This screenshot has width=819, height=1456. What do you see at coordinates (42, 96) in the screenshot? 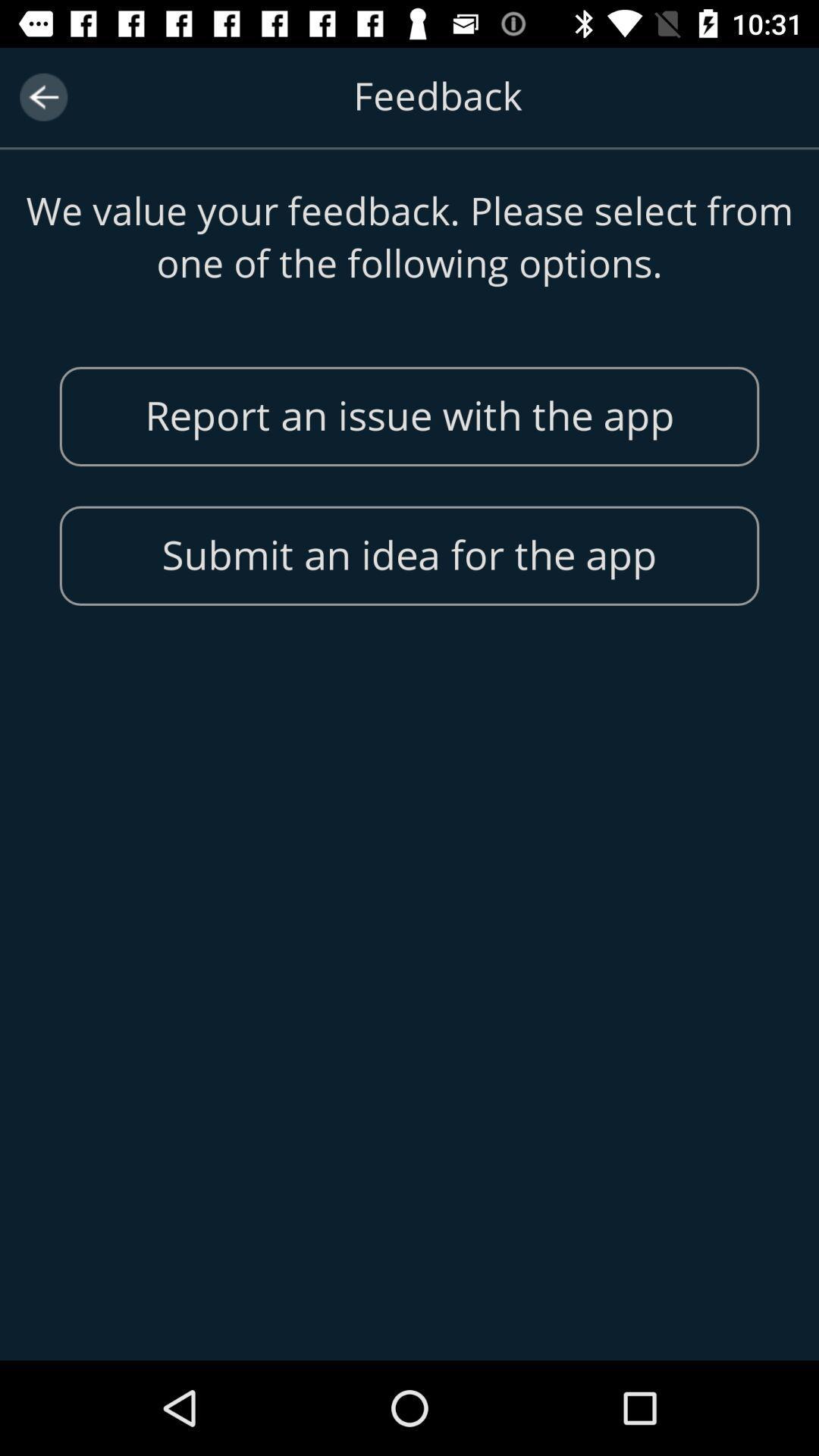
I see `the arrow_backward icon` at bounding box center [42, 96].